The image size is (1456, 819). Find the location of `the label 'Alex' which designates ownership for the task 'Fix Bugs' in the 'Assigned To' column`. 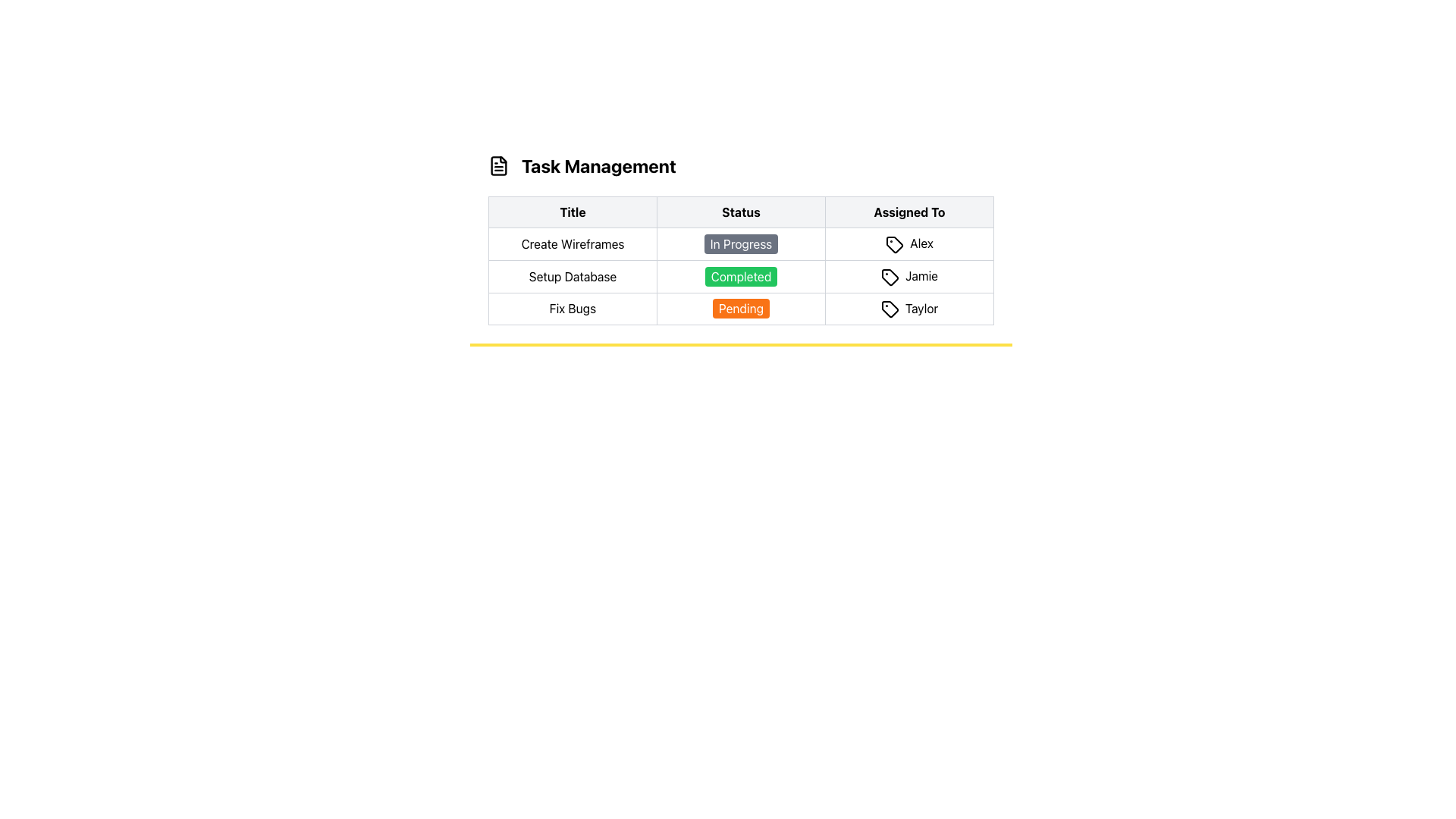

the label 'Alex' which designates ownership for the task 'Fix Bugs' in the 'Assigned To' column is located at coordinates (909, 243).